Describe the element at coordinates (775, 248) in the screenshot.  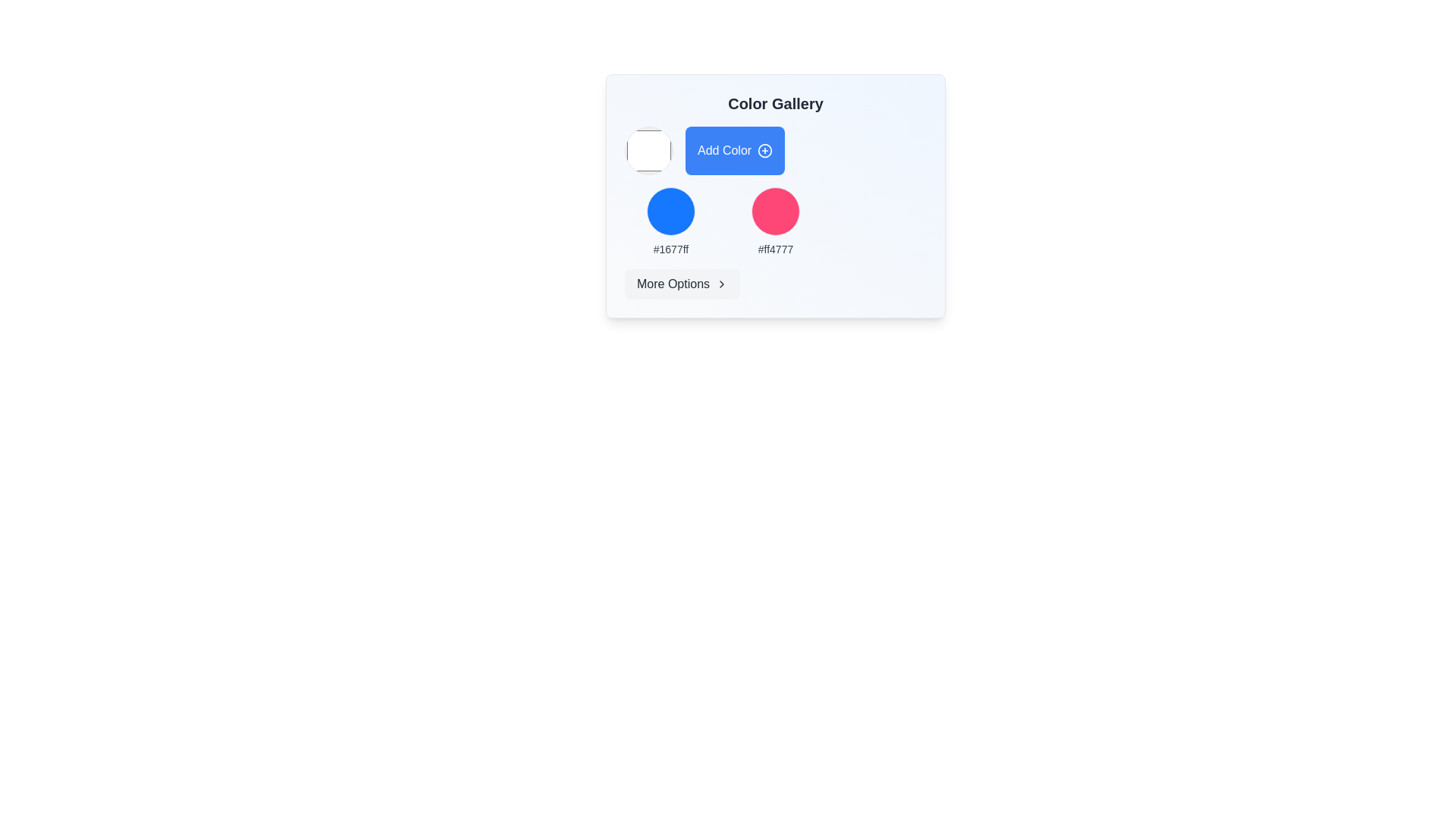
I see `the text displaying the color code '#ff4777', which is styled with a small font size and medium weight, located below a pink circular color swatch` at that location.